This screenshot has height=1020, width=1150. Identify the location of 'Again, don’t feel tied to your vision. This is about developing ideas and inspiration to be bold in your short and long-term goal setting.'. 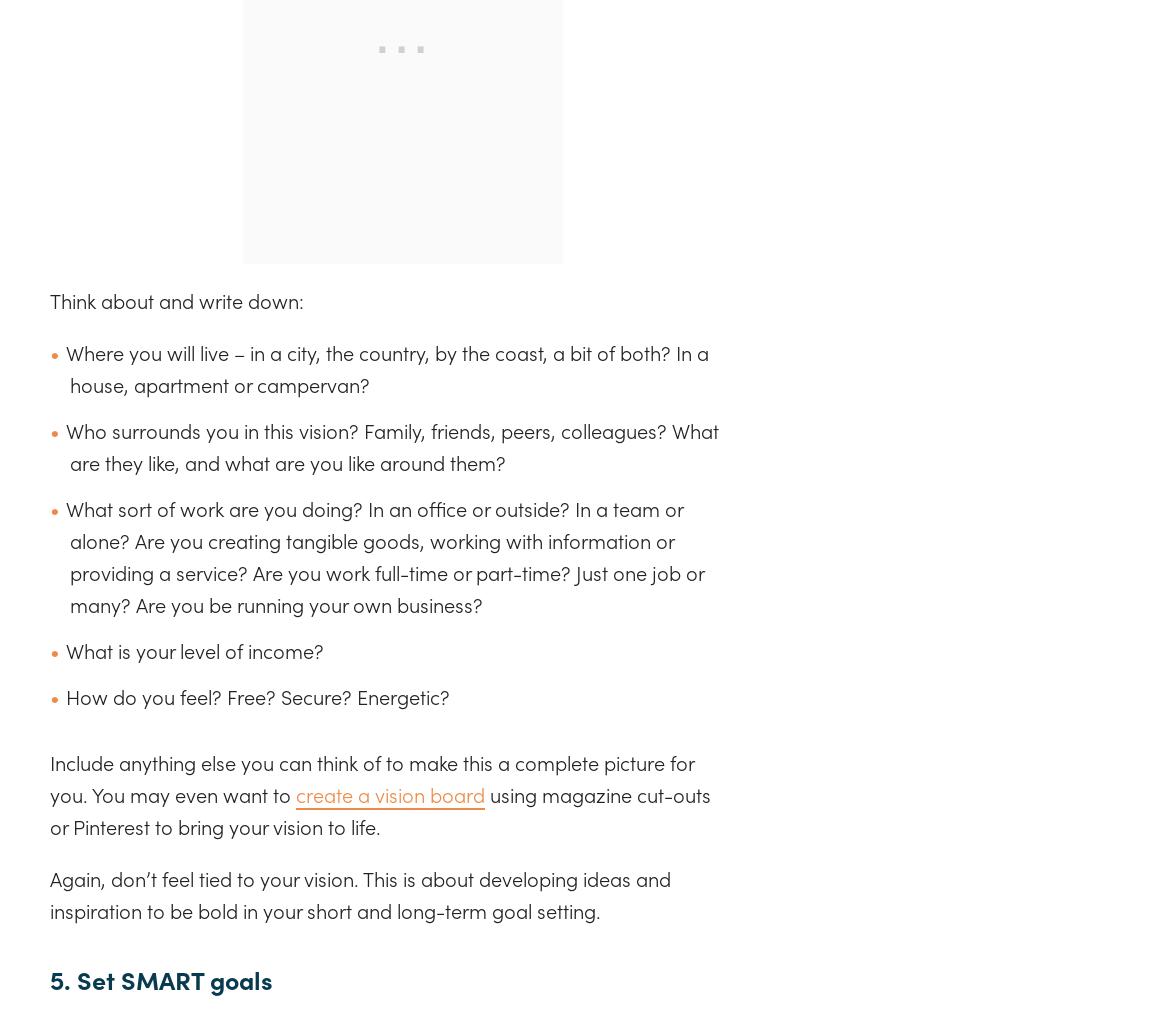
(49, 894).